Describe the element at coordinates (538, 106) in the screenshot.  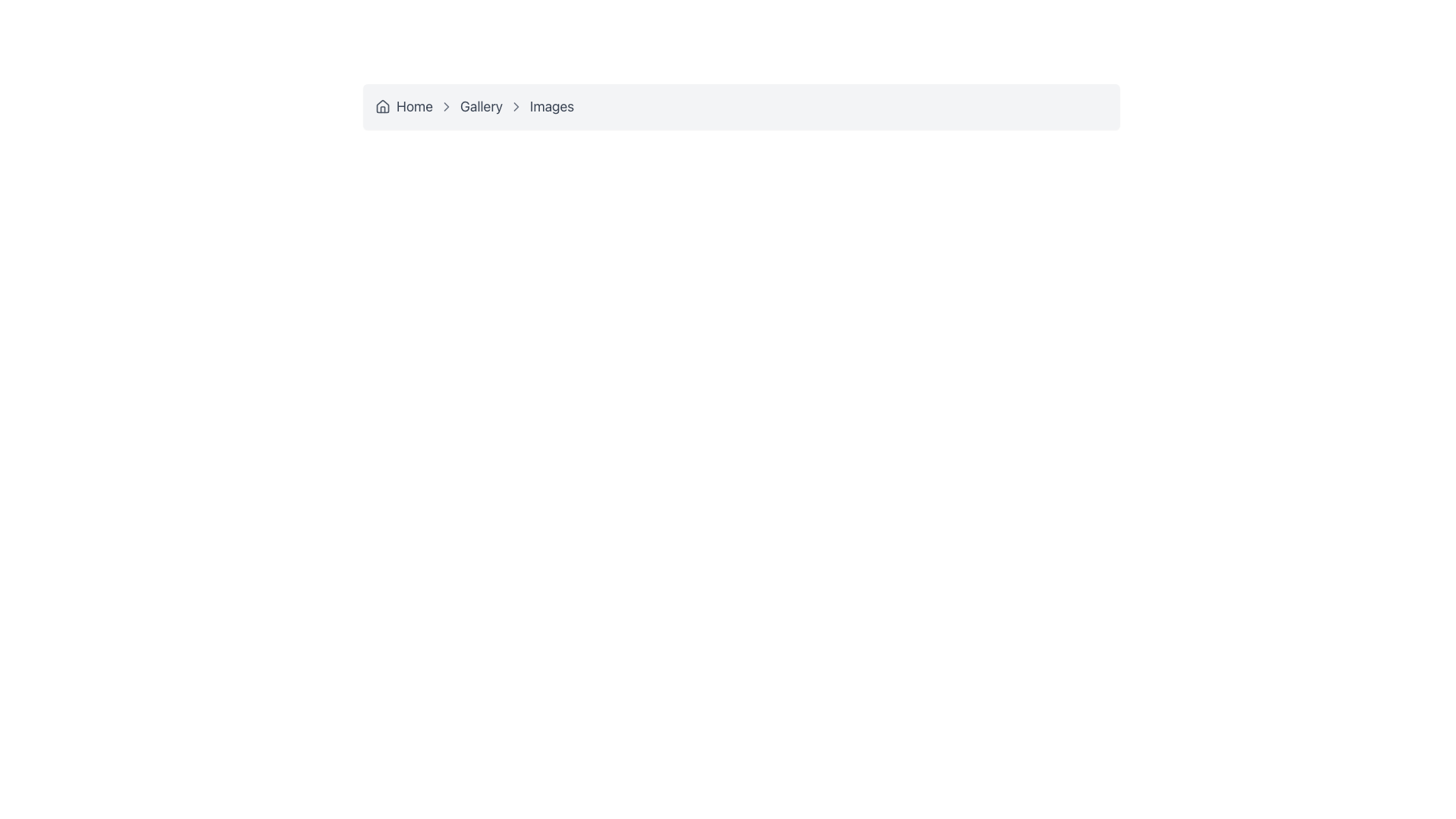
I see `the Breadcrumb Navigation Link that navigates to the 'Images' section, located after 'Gallery' and before a chevron icon` at that location.